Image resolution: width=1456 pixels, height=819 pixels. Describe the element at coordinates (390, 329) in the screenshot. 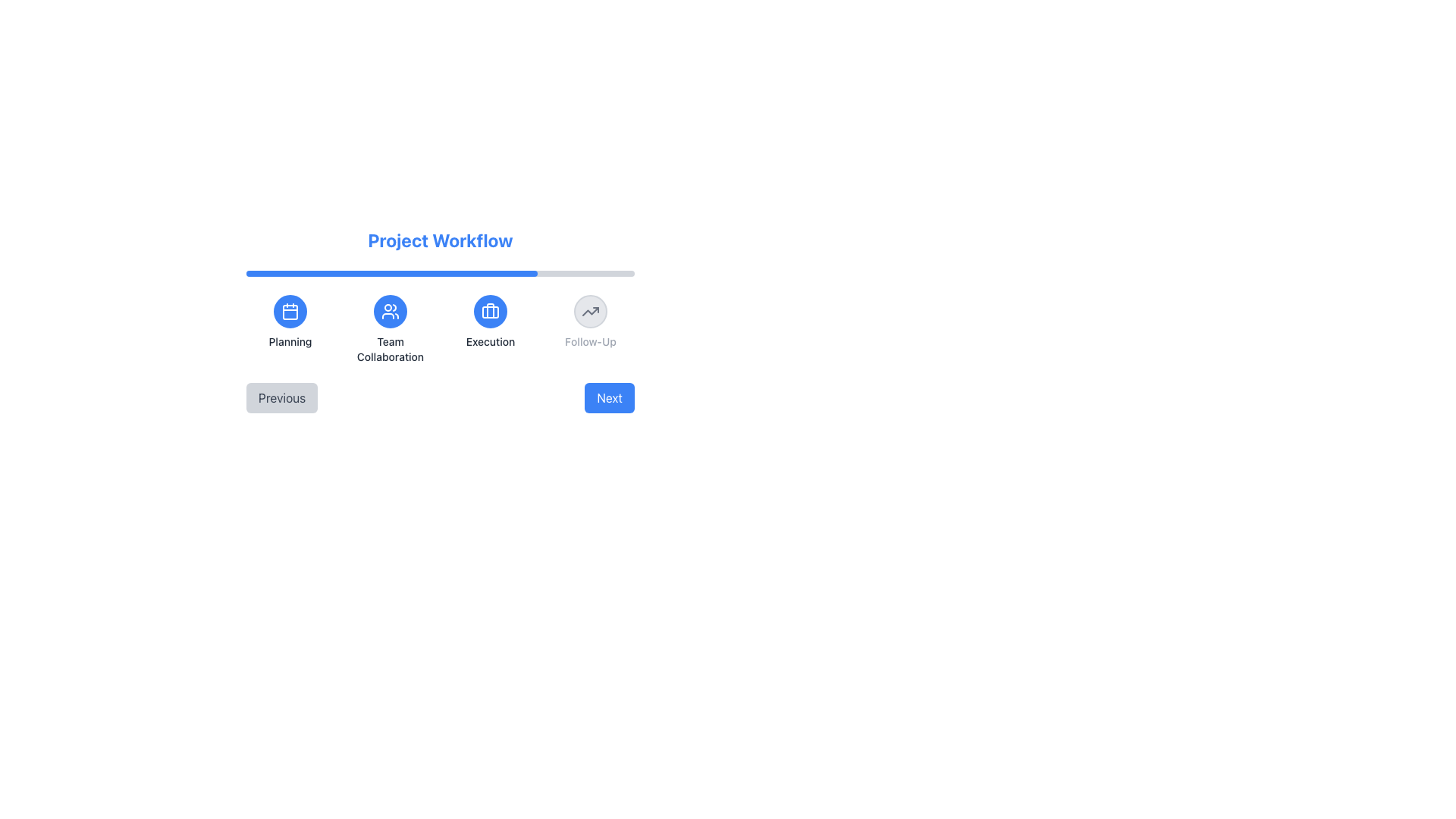

I see `the second item in the grid of the Interactive Step Indicator, which represents the 'Team Collaboration' stage of the workflow` at that location.